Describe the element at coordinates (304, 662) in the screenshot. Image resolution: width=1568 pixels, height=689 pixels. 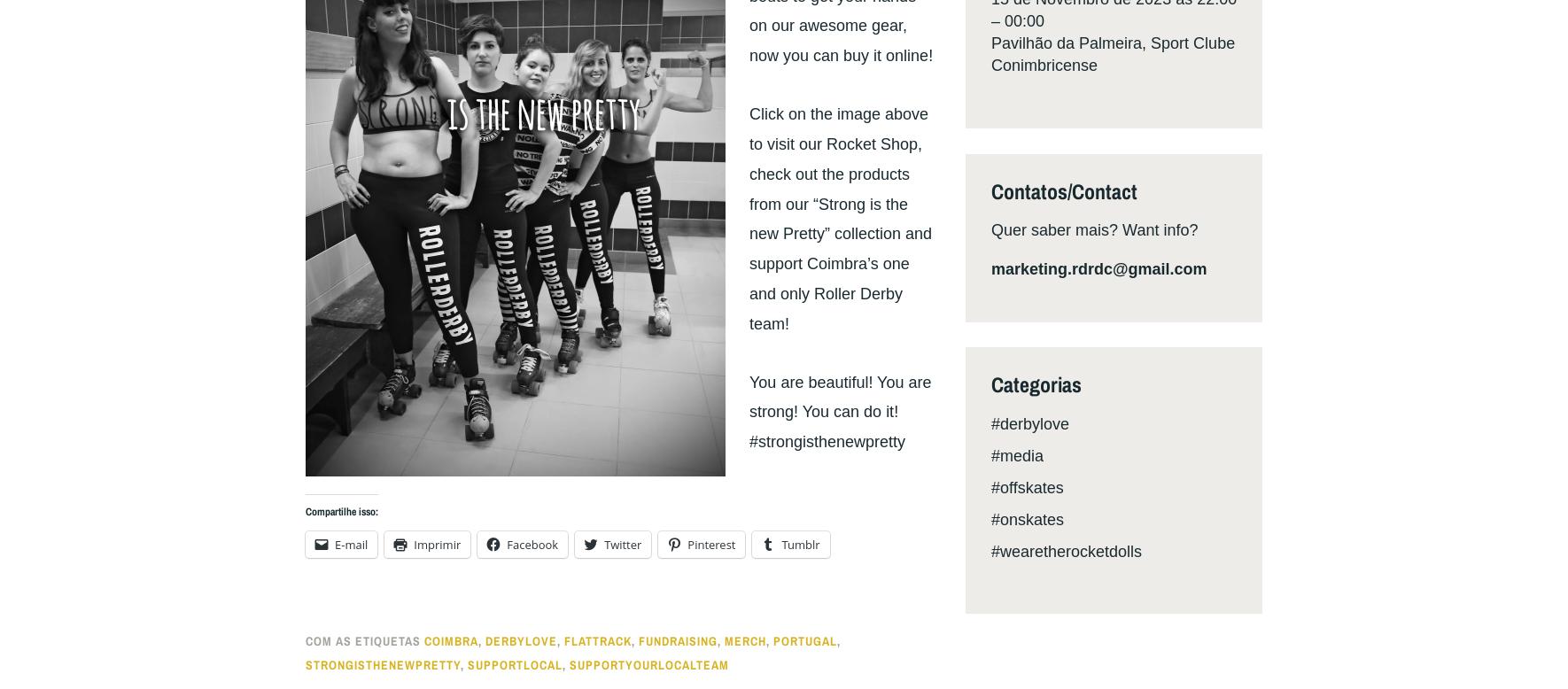
I see `'strongisthenewpretty'` at that location.